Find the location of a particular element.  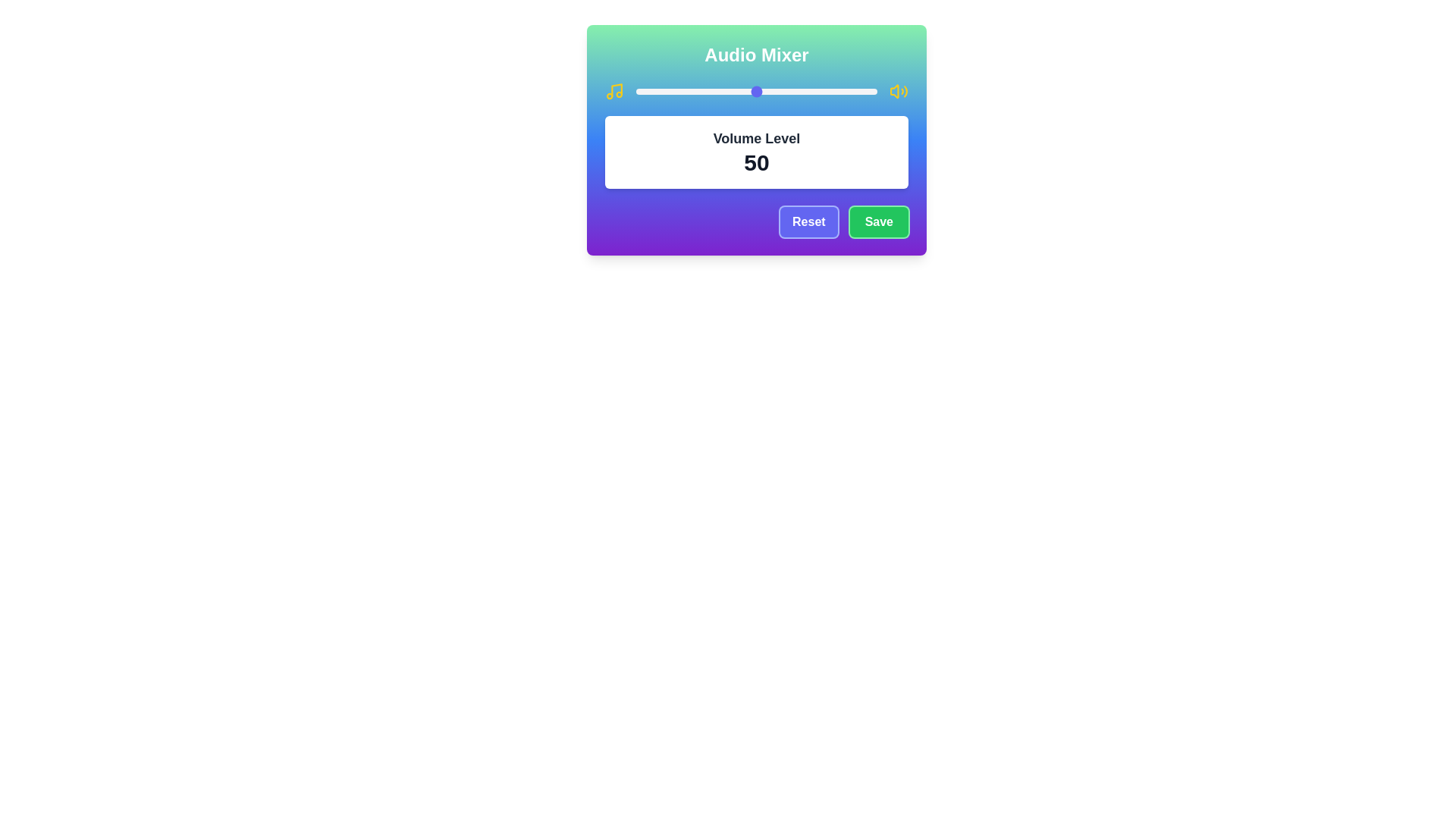

the volume level is located at coordinates (766, 91).